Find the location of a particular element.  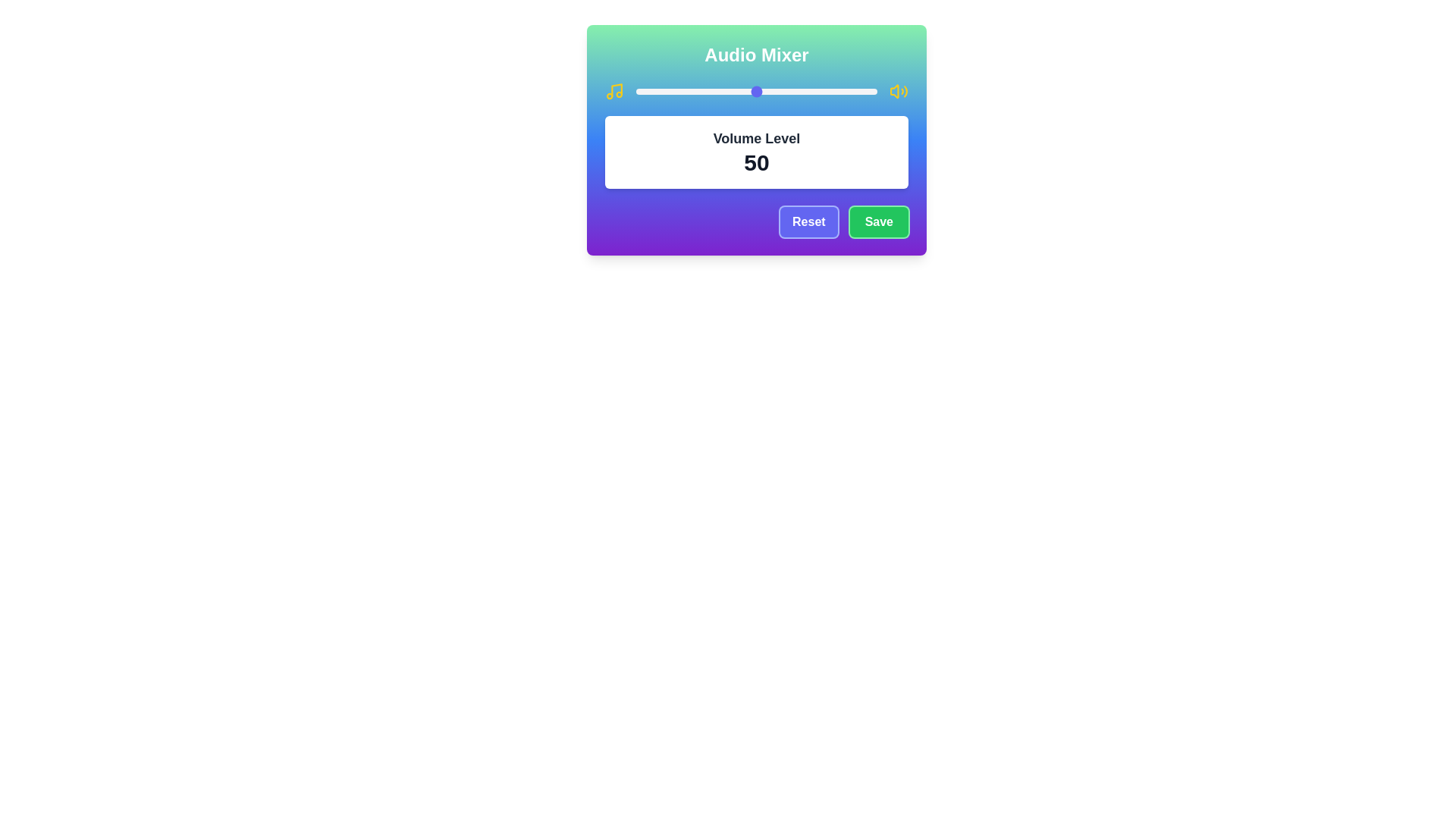

the volume level is located at coordinates (766, 91).